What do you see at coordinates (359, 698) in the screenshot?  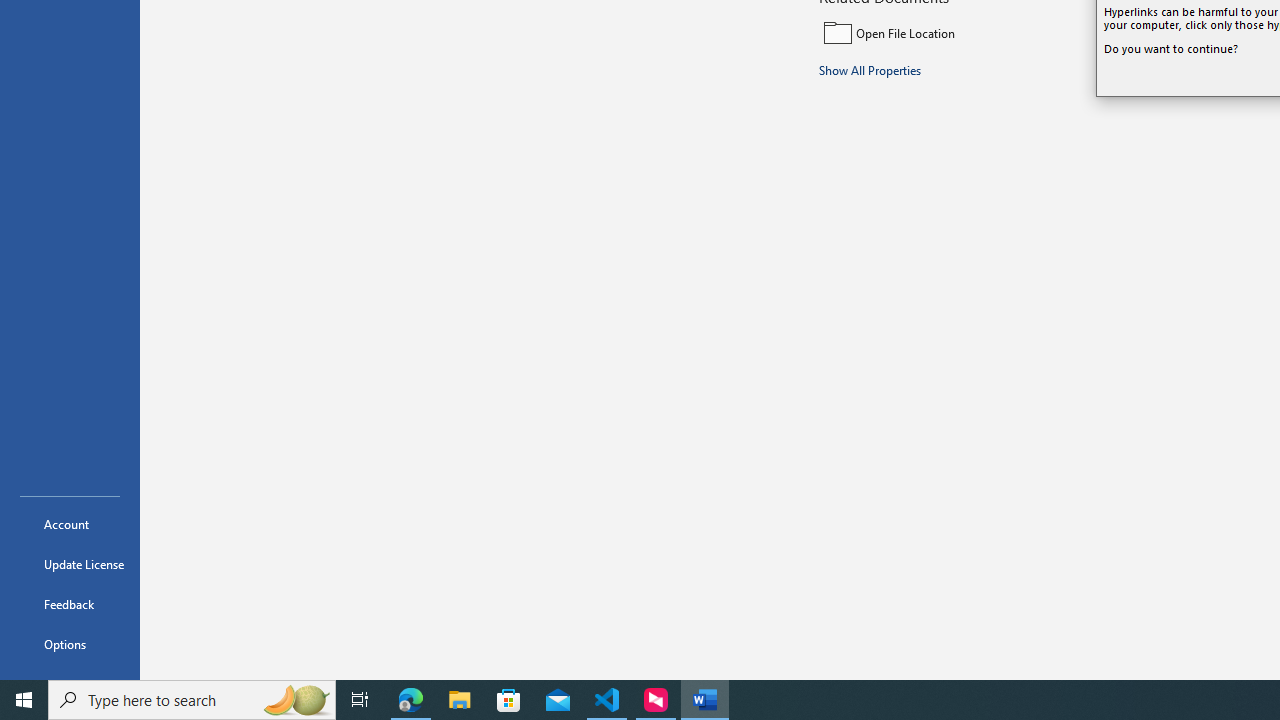 I see `'Task View'` at bounding box center [359, 698].